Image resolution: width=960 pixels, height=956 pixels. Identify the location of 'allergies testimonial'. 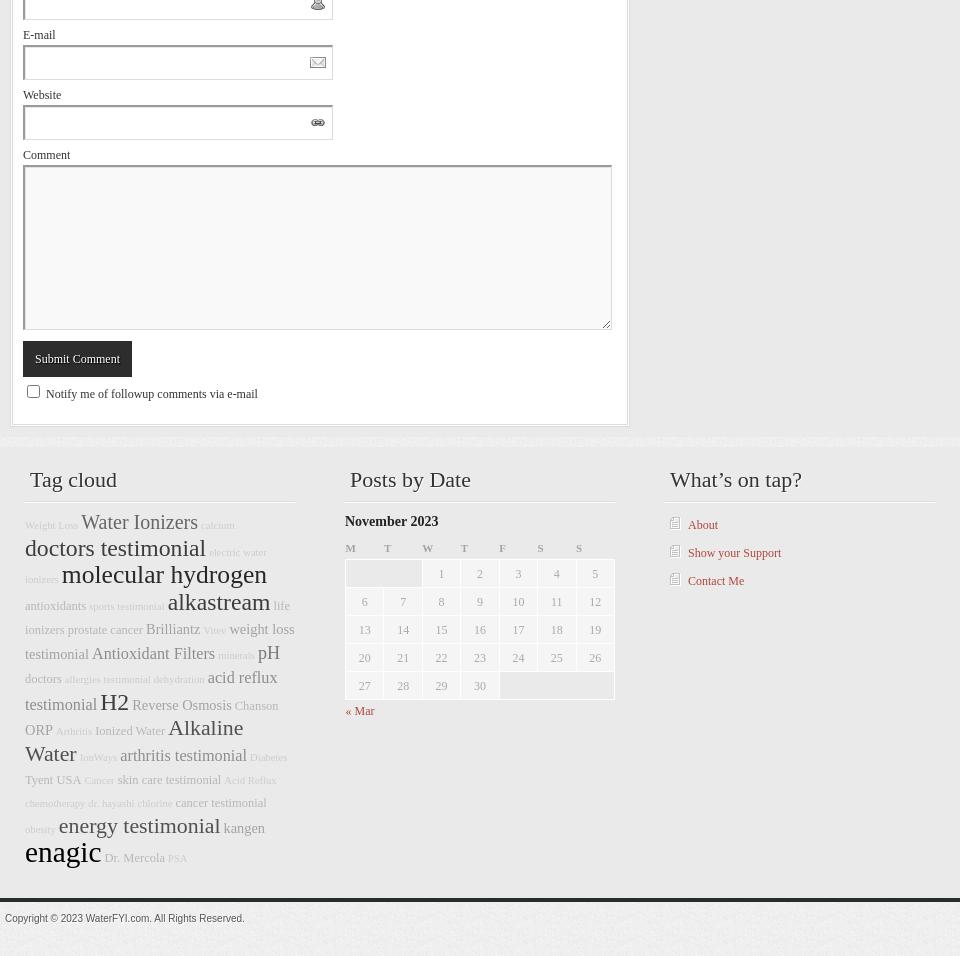
(107, 679).